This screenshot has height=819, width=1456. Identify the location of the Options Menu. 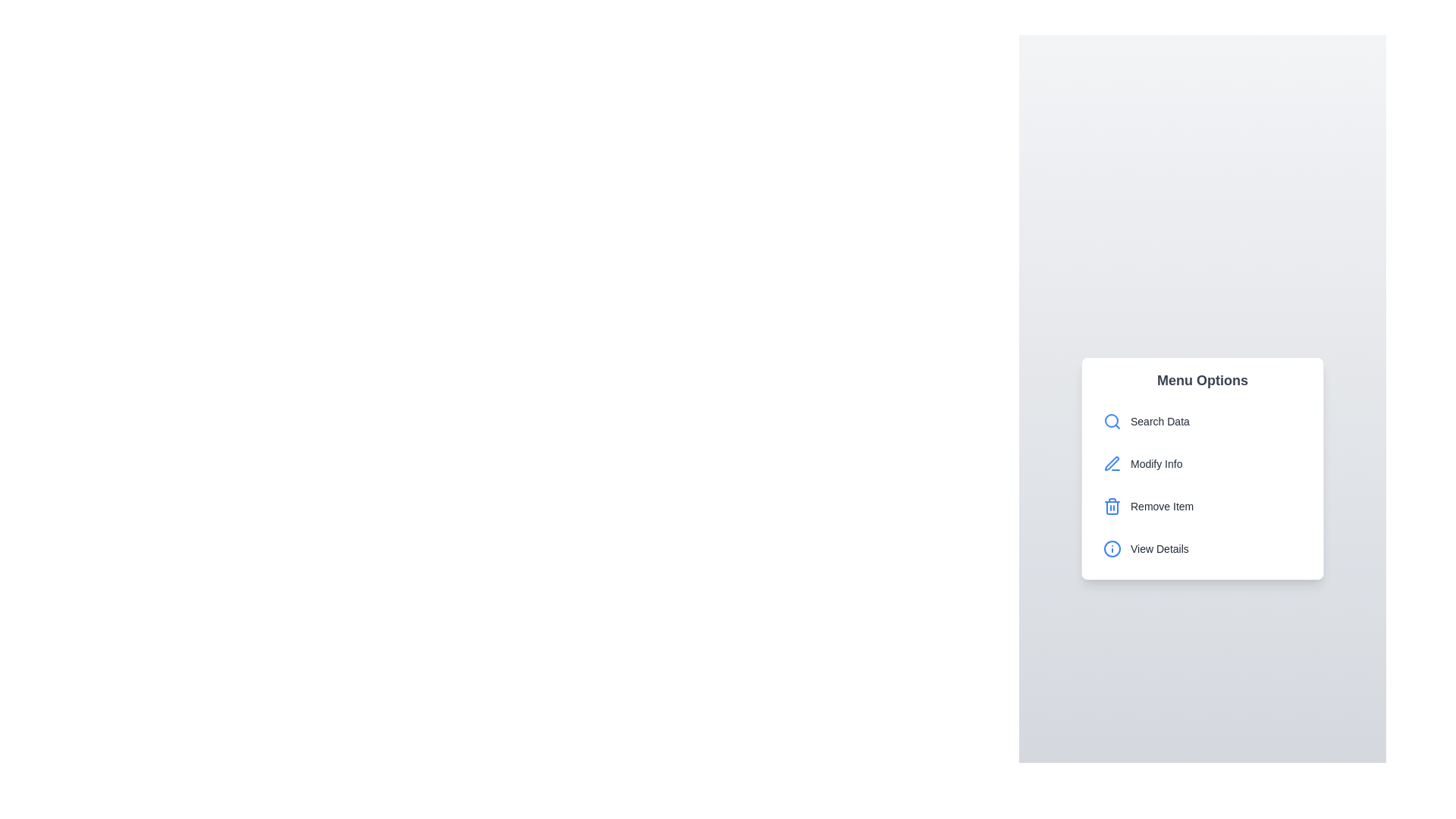
(1201, 467).